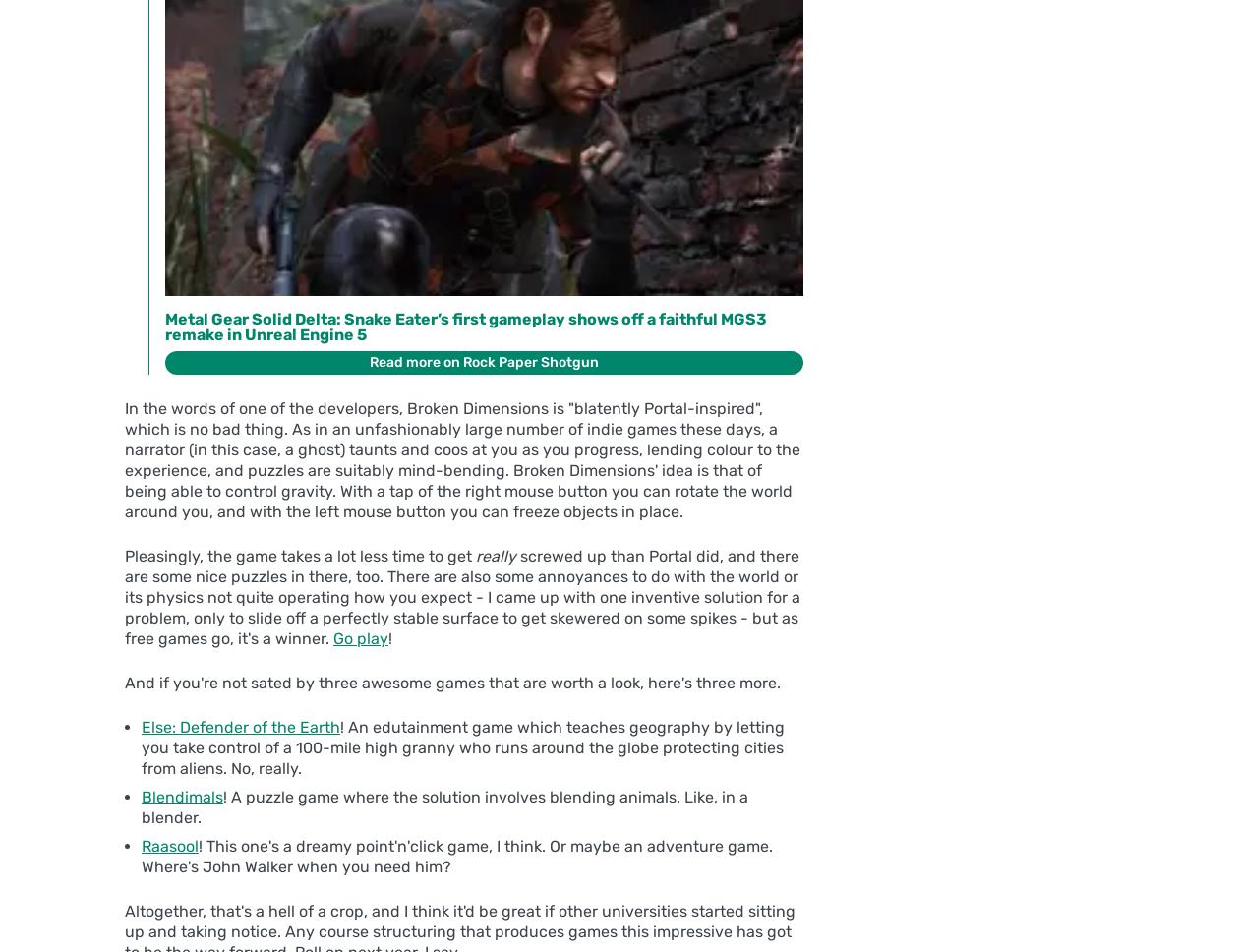 The height and width of the screenshot is (952, 1239). Describe the element at coordinates (484, 361) in the screenshot. I see `'Read more on Rock Paper Shotgun'` at that location.